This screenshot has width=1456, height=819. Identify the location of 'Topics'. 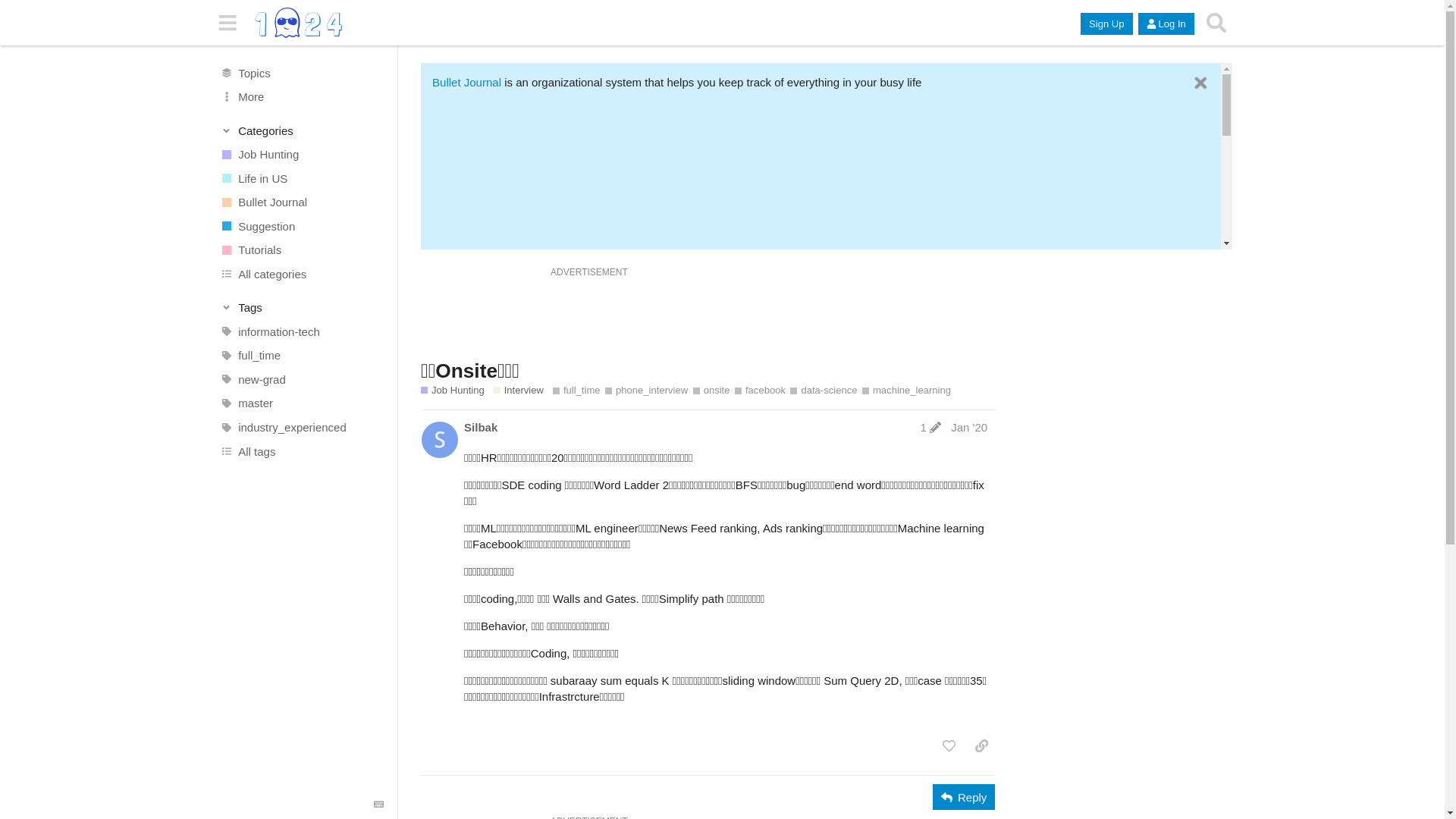
(203, 73).